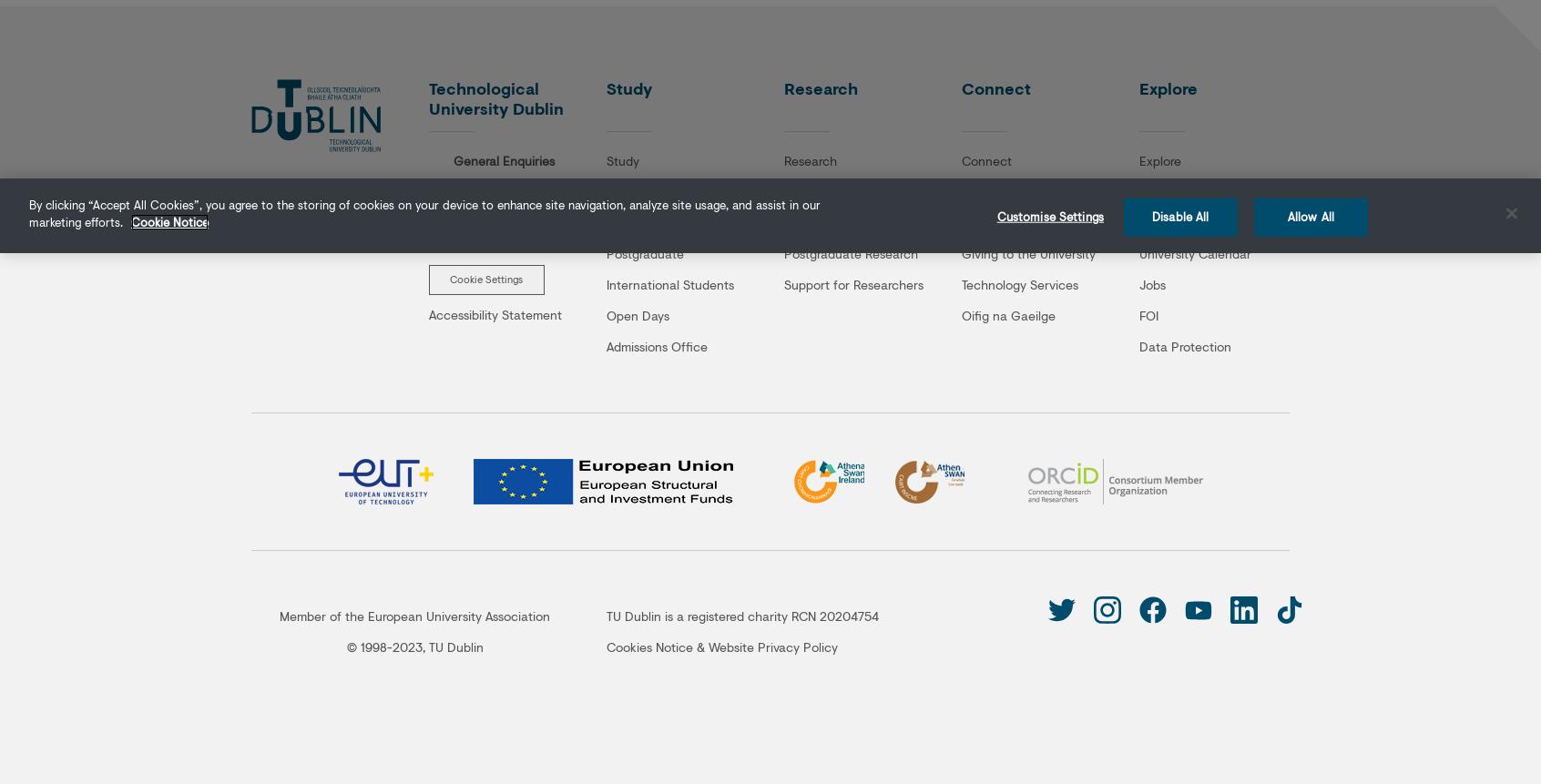 This screenshot has width=1541, height=784. I want to click on 'General Enquiries', so click(504, 159).